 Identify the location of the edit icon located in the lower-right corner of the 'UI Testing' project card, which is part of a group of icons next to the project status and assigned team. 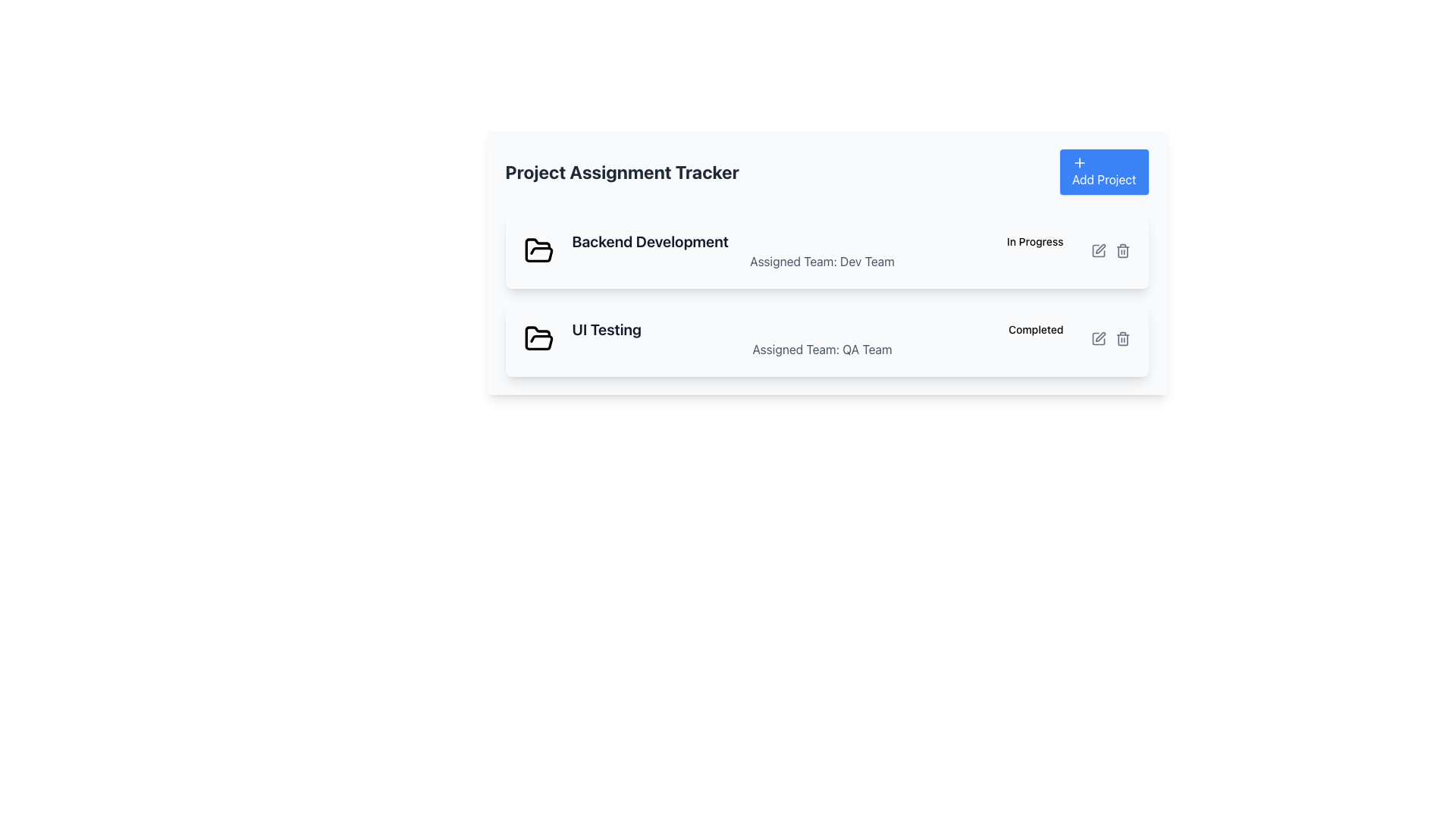
(1100, 336).